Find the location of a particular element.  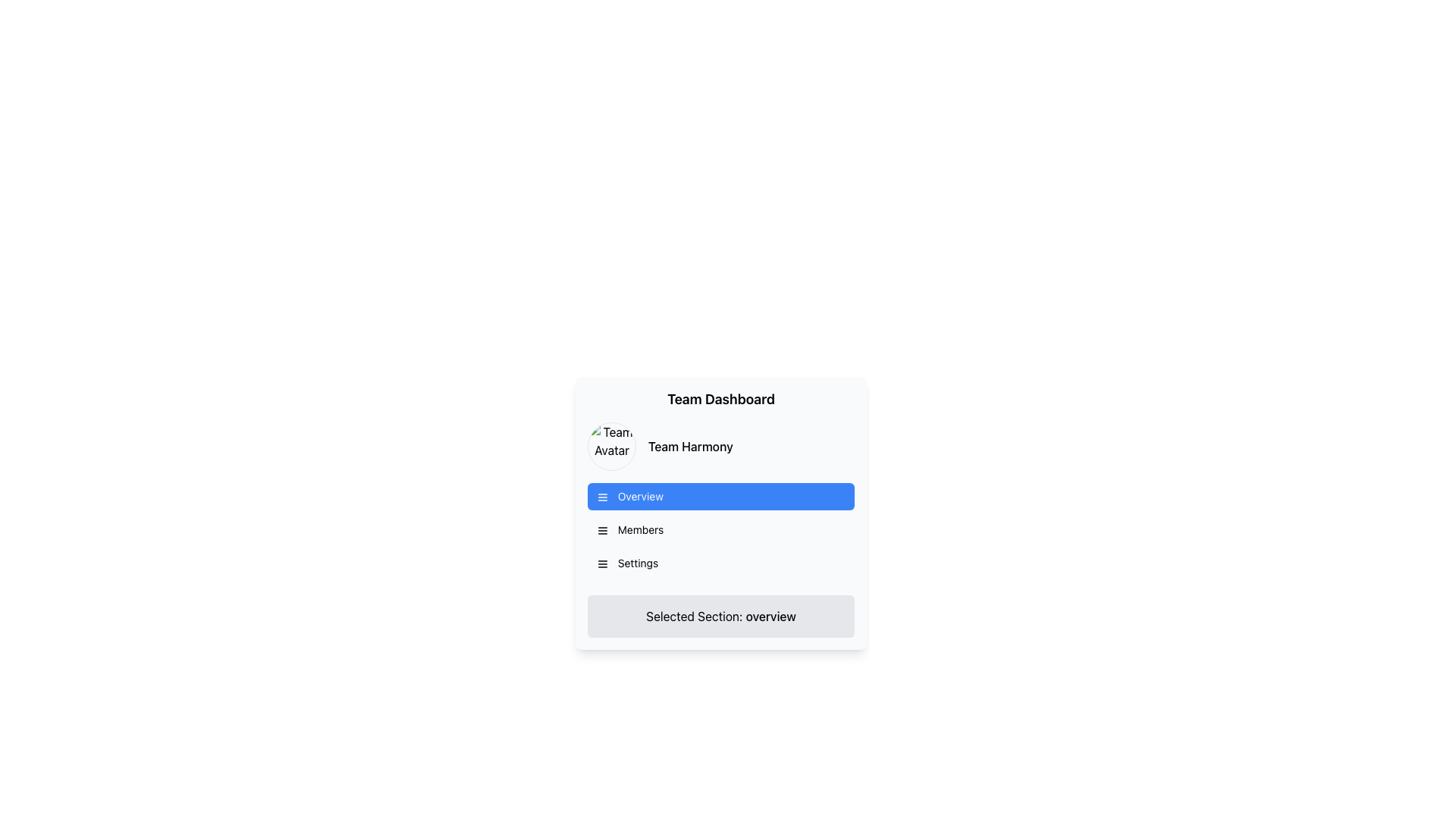

the 'Overview' menu item in the Navigation Menu of the 'Team Dashboard' is located at coordinates (720, 529).